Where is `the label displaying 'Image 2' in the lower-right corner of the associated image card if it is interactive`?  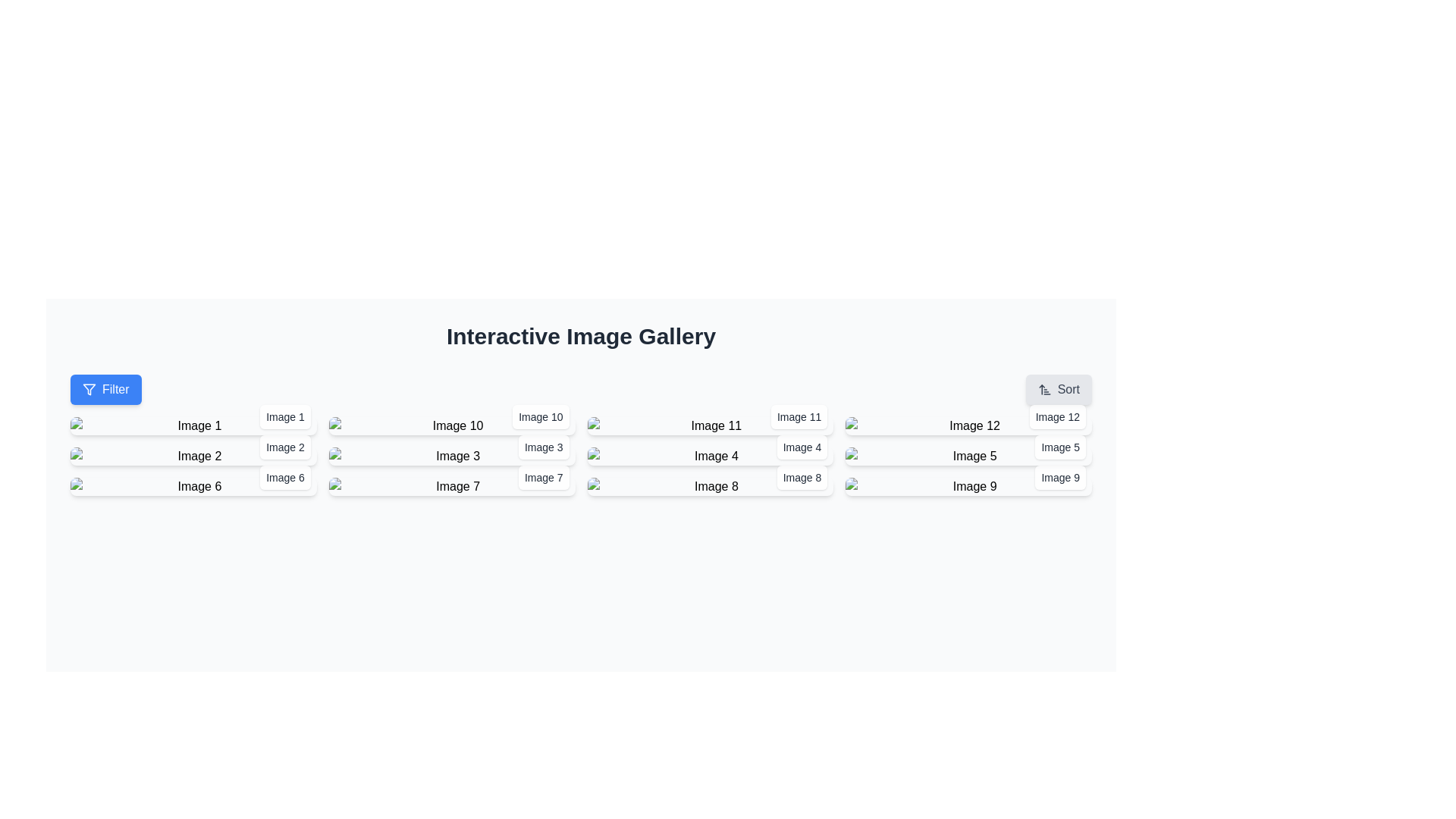
the label displaying 'Image 2' in the lower-right corner of the associated image card if it is interactive is located at coordinates (285, 447).